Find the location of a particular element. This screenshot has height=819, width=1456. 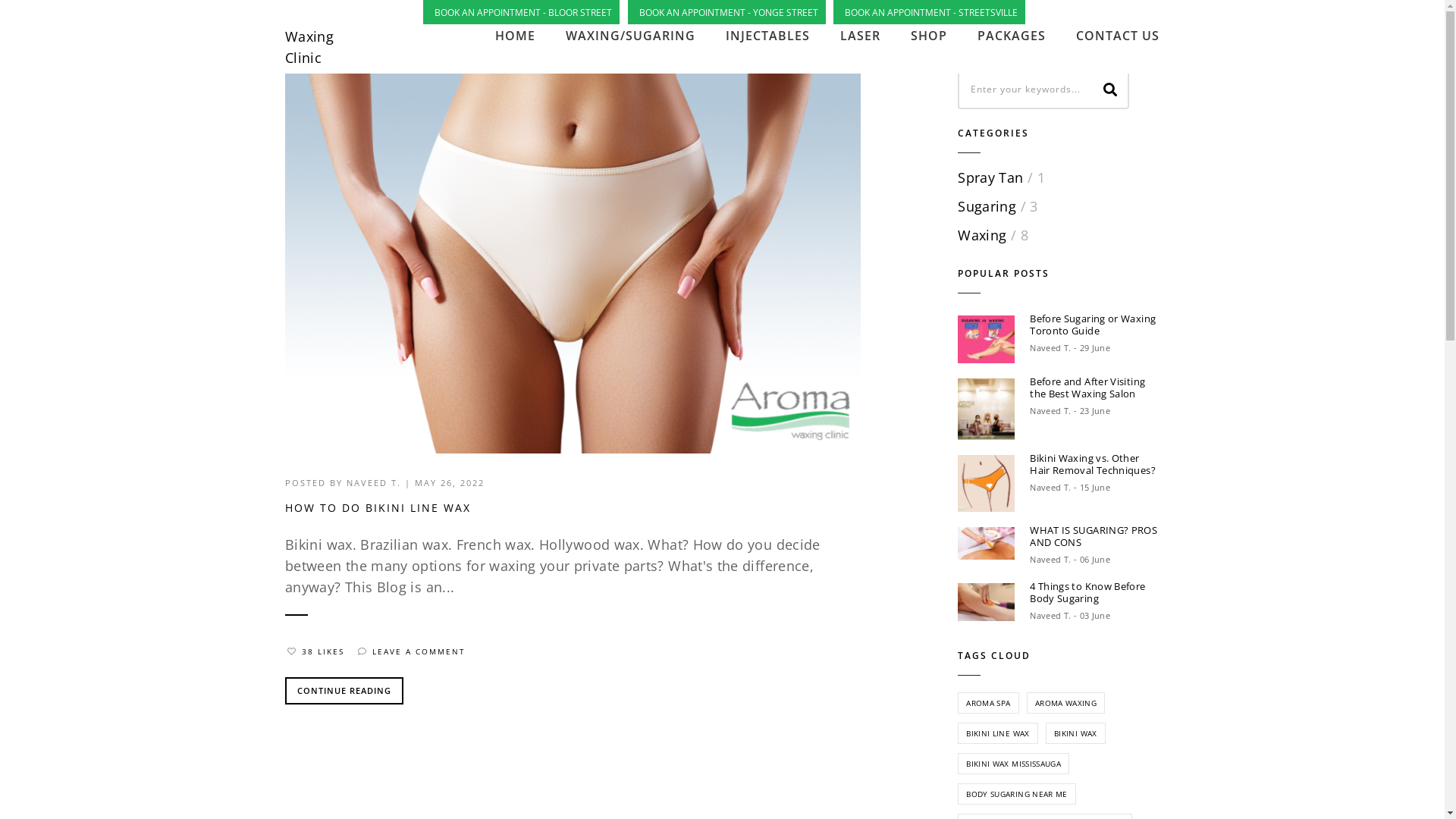

'Spray Tan' is located at coordinates (990, 177).